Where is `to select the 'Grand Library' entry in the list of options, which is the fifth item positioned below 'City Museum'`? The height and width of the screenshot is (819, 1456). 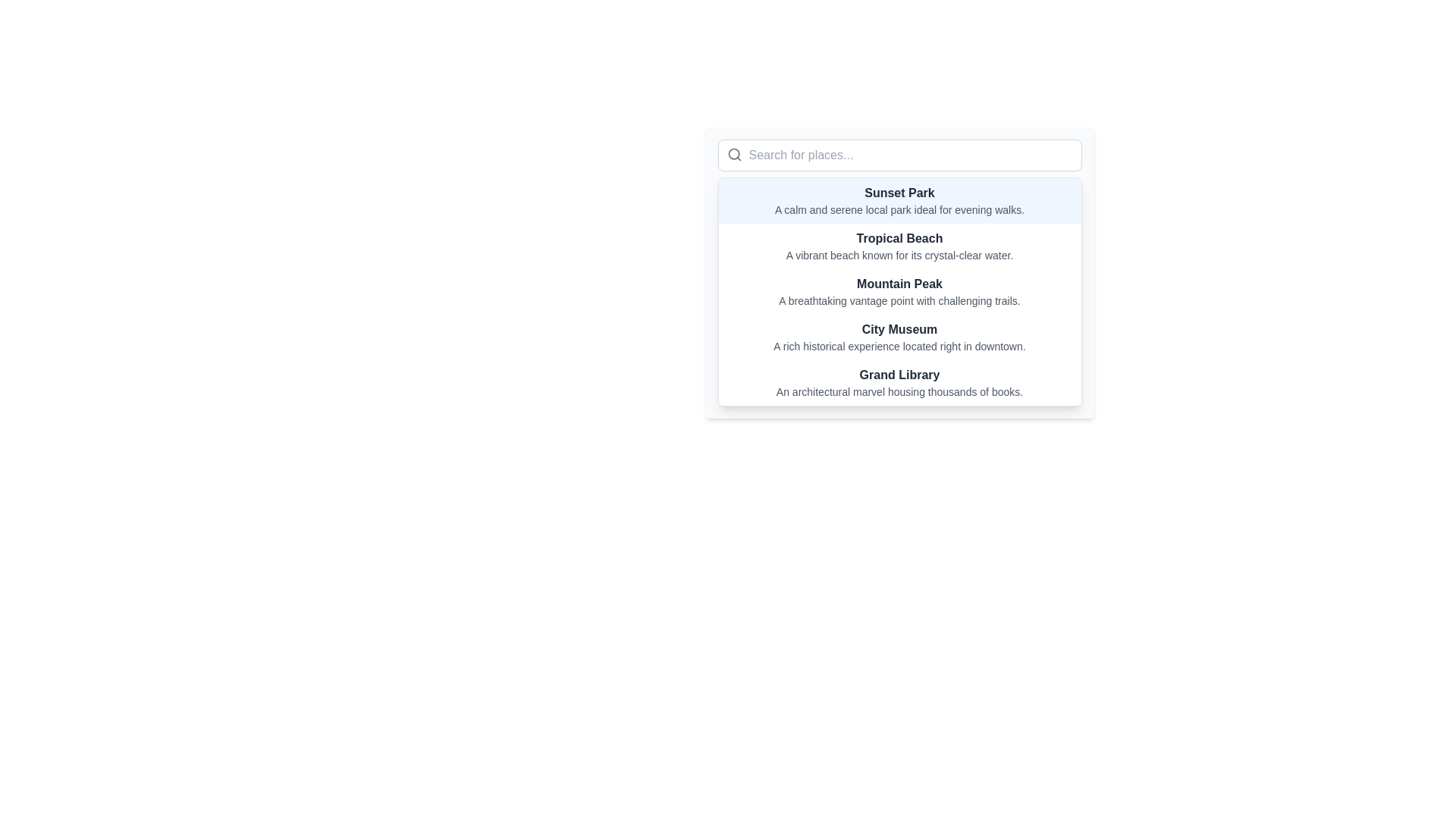 to select the 'Grand Library' entry in the list of options, which is the fifth item positioned below 'City Museum' is located at coordinates (899, 382).